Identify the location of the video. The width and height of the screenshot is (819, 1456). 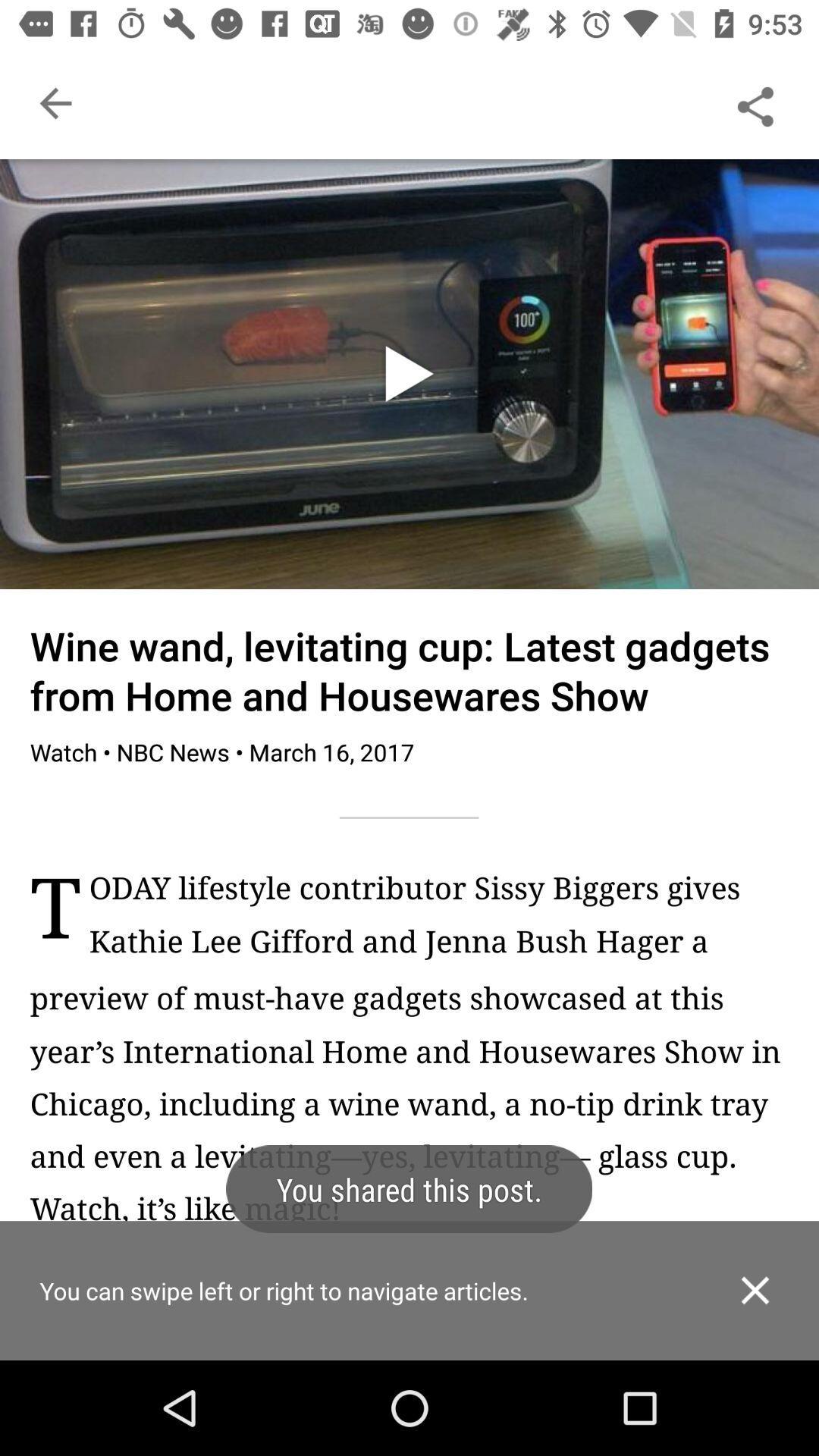
(408, 374).